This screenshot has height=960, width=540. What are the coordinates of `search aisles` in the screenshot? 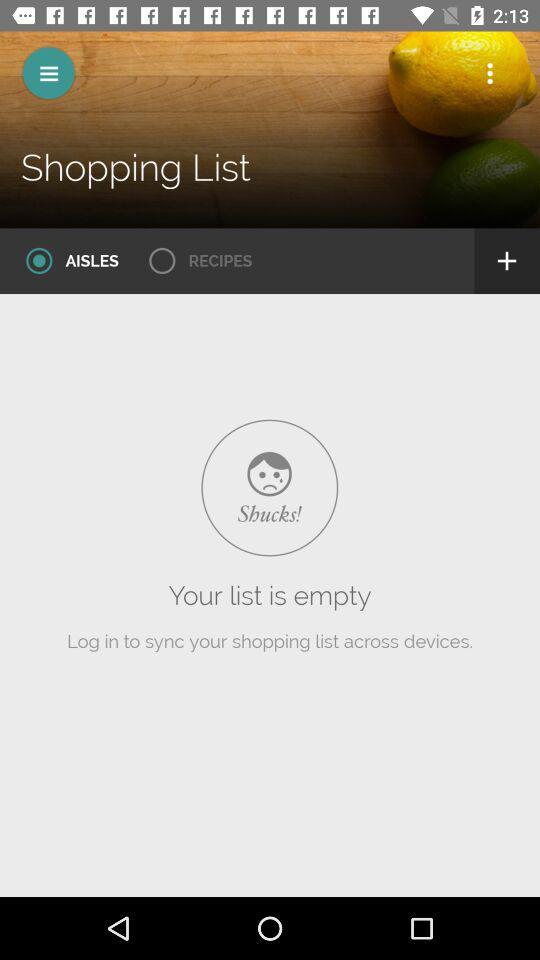 It's located at (65, 260).